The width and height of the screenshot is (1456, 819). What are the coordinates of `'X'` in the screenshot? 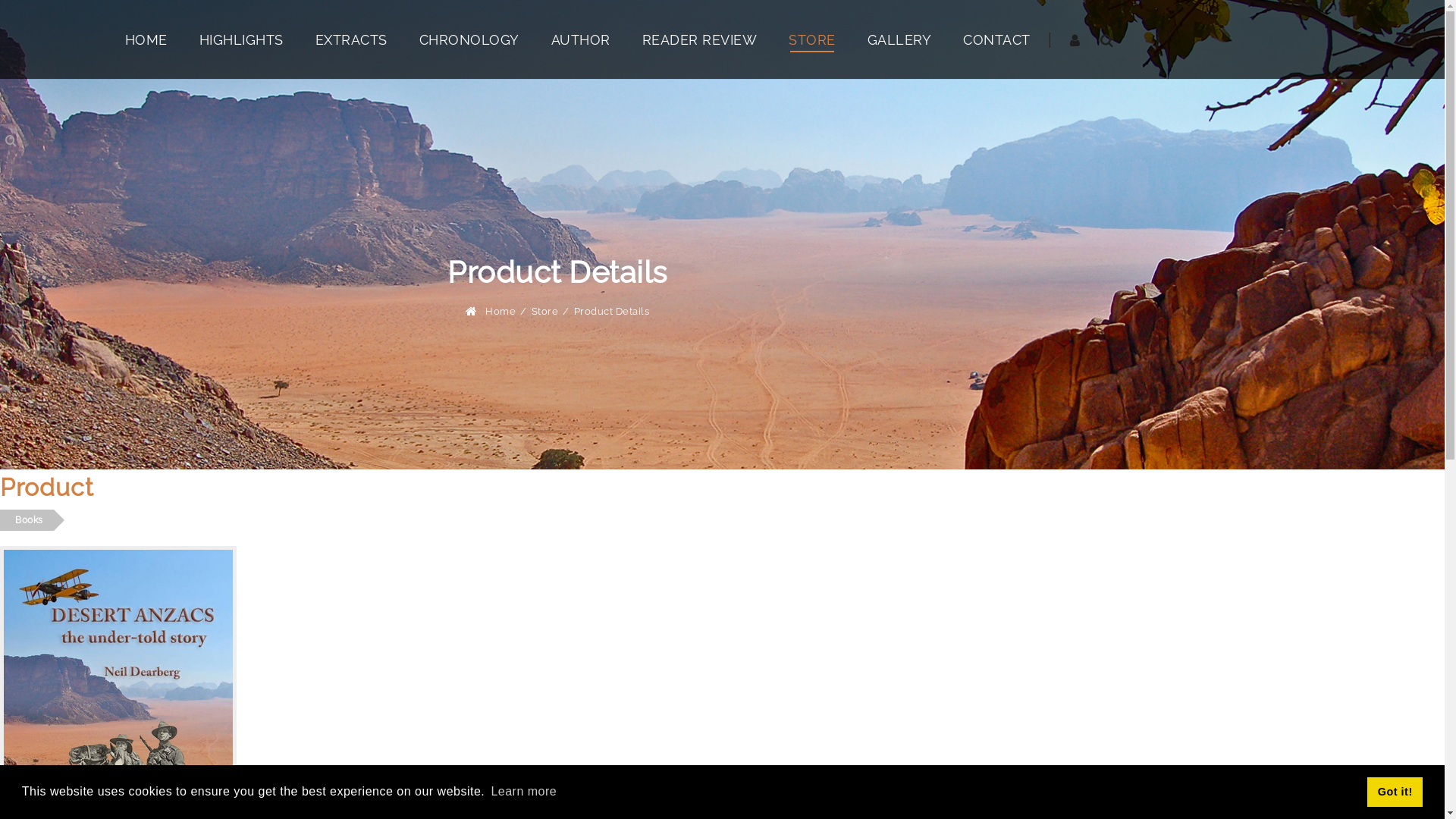 It's located at (0, 118).